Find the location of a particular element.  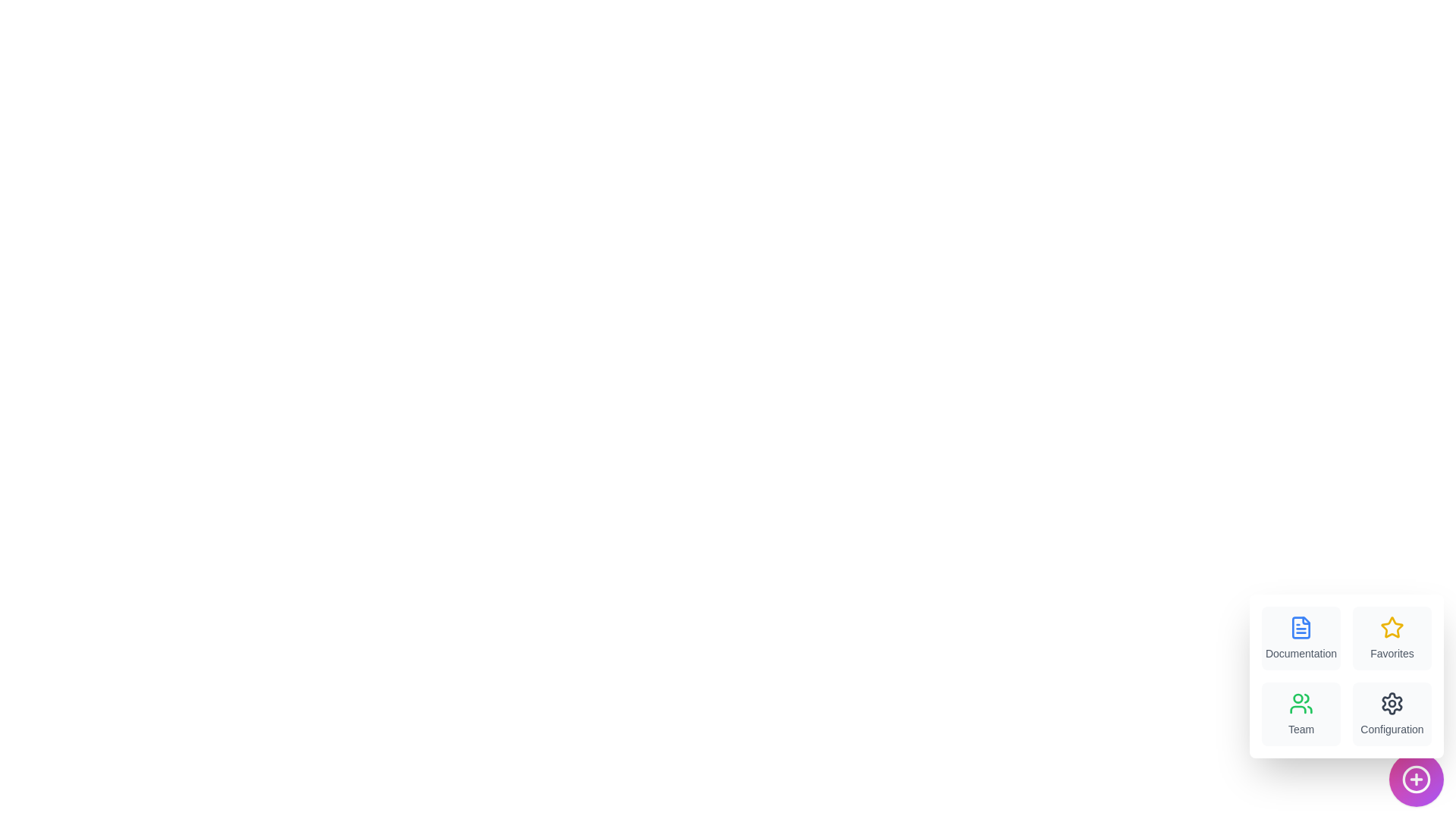

the menu item labeled Documentation to view its hover effect is located at coordinates (1301, 638).